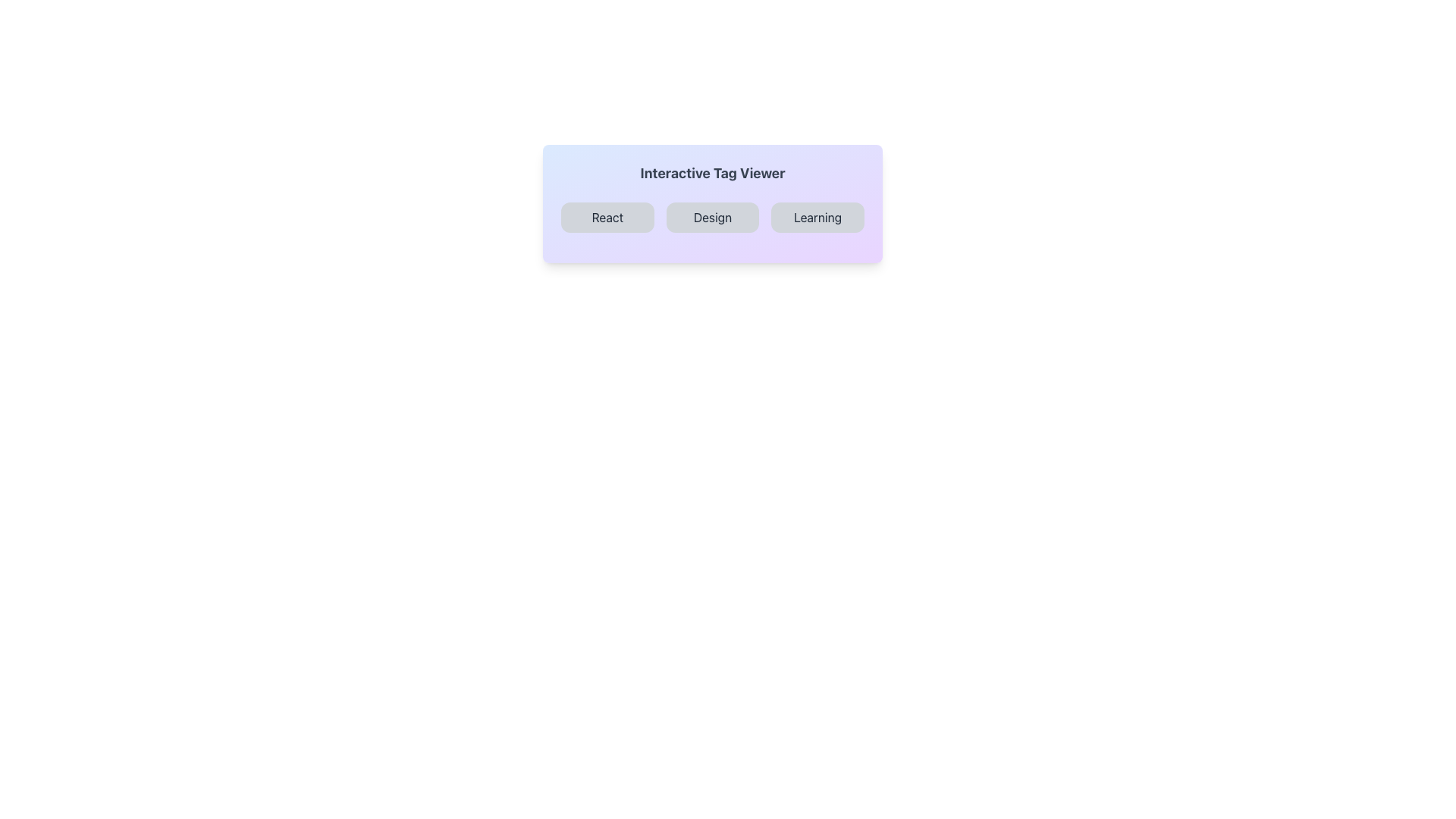 The height and width of the screenshot is (819, 1456). What do you see at coordinates (712, 223) in the screenshot?
I see `the 'Design' tag in the 'Interactive Tag Viewer' subsection` at bounding box center [712, 223].